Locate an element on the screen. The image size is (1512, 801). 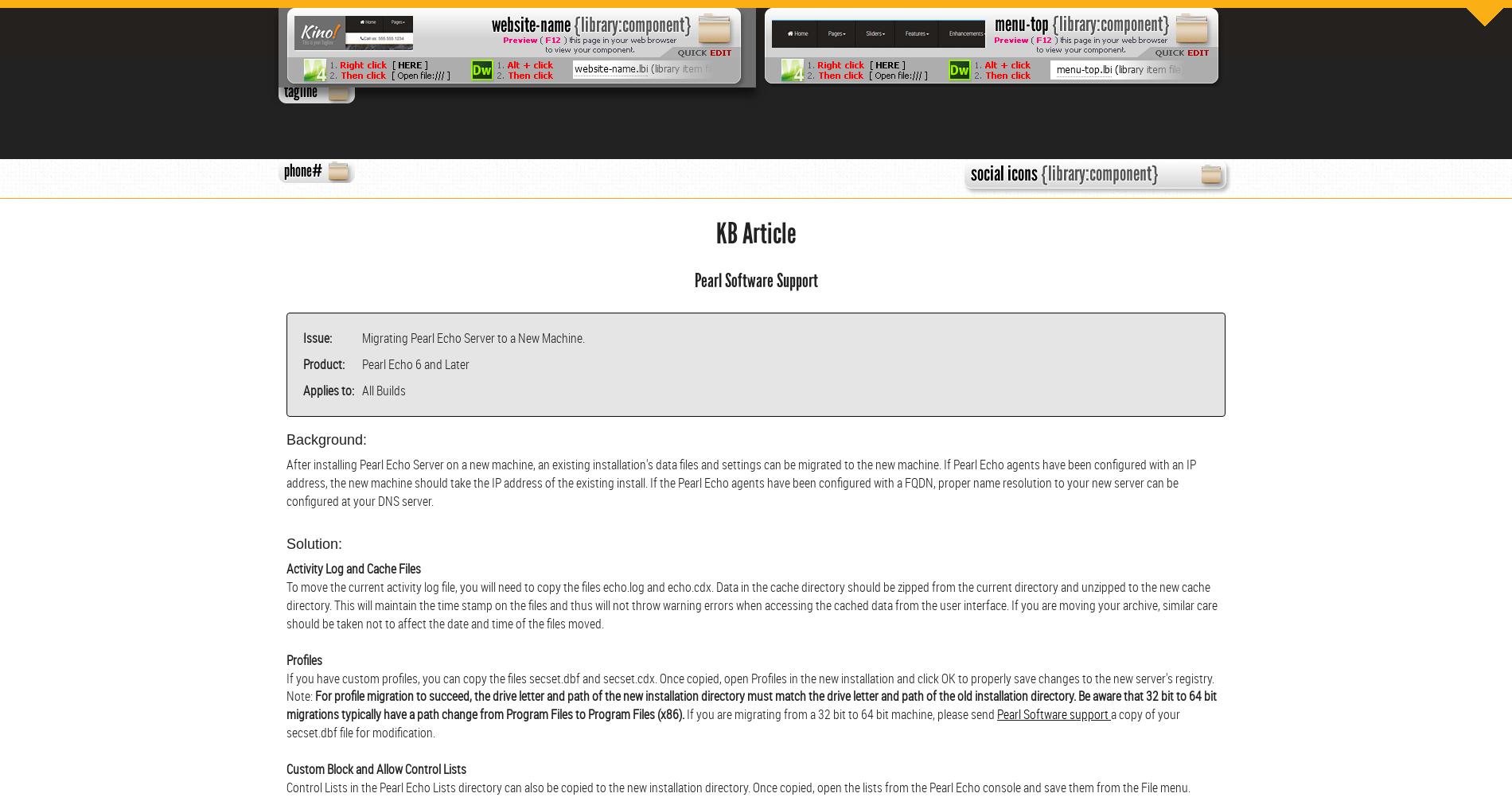
'Applies to:' is located at coordinates (302, 390).